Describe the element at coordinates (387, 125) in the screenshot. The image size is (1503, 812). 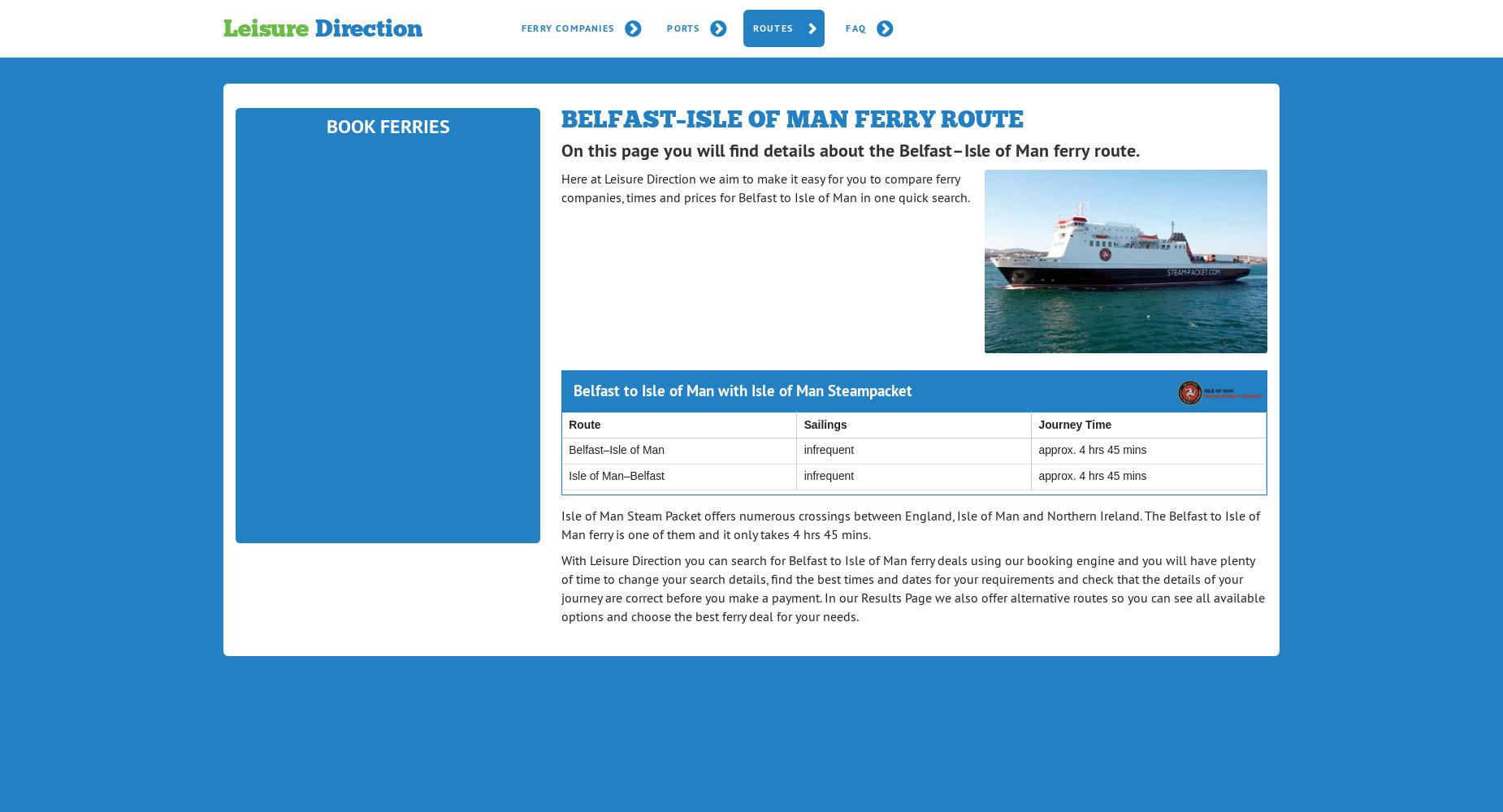
I see `'Book Ferries'` at that location.